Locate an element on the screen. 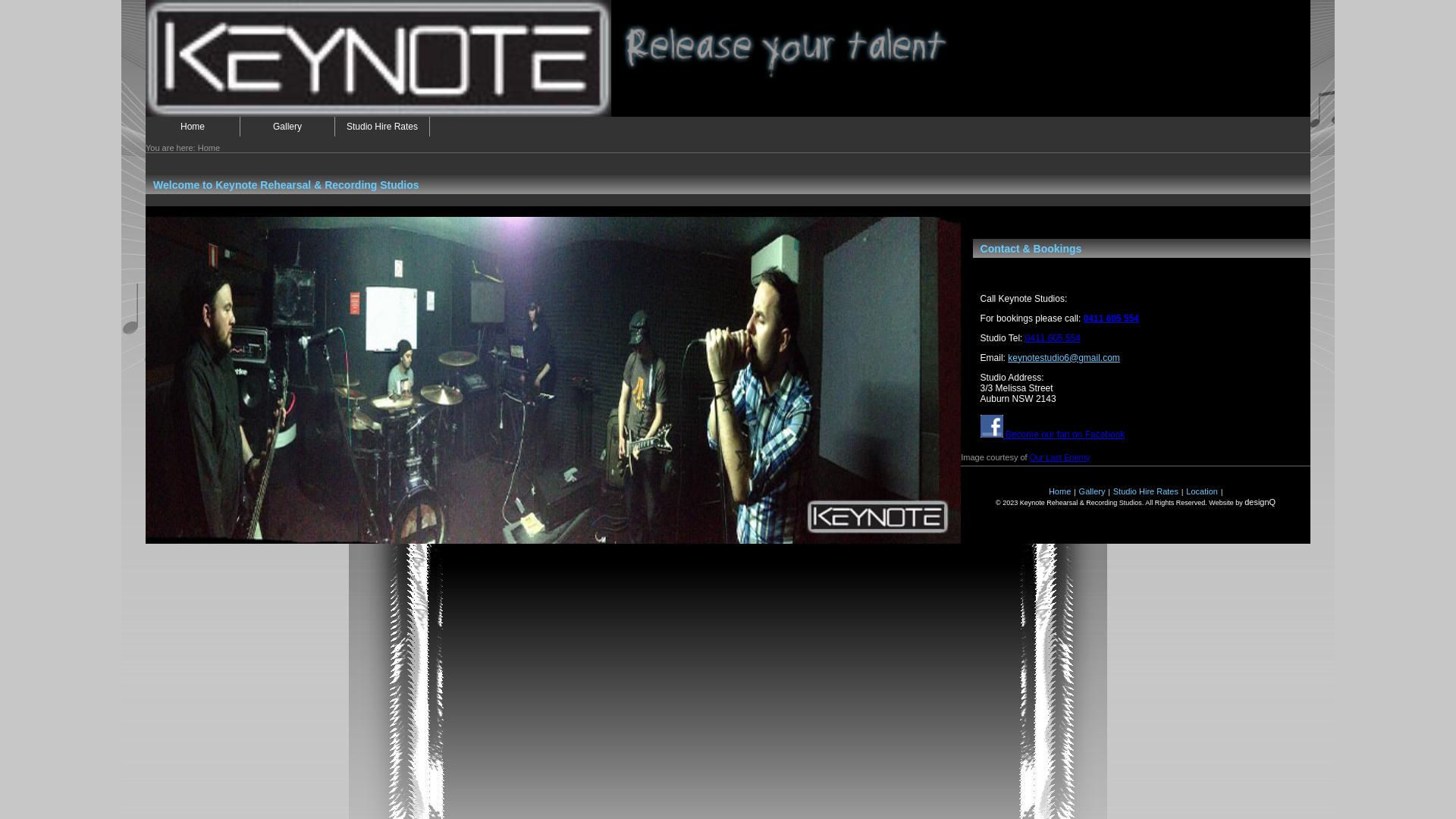 The width and height of the screenshot is (1456, 819). 'Studio Hire Rates' is located at coordinates (1146, 491).